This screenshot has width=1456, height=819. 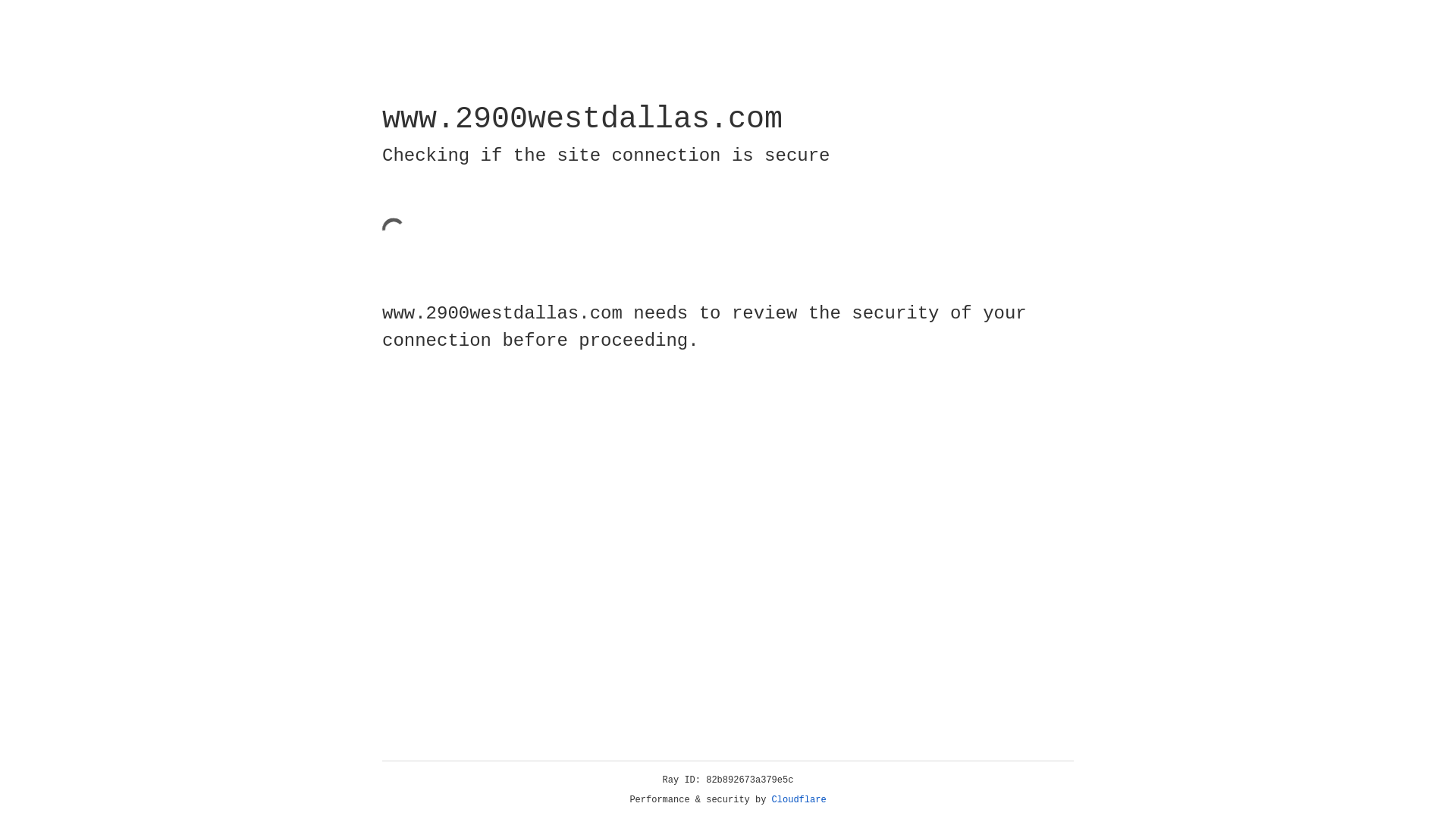 What do you see at coordinates (799, 799) in the screenshot?
I see `'Cloudflare'` at bounding box center [799, 799].